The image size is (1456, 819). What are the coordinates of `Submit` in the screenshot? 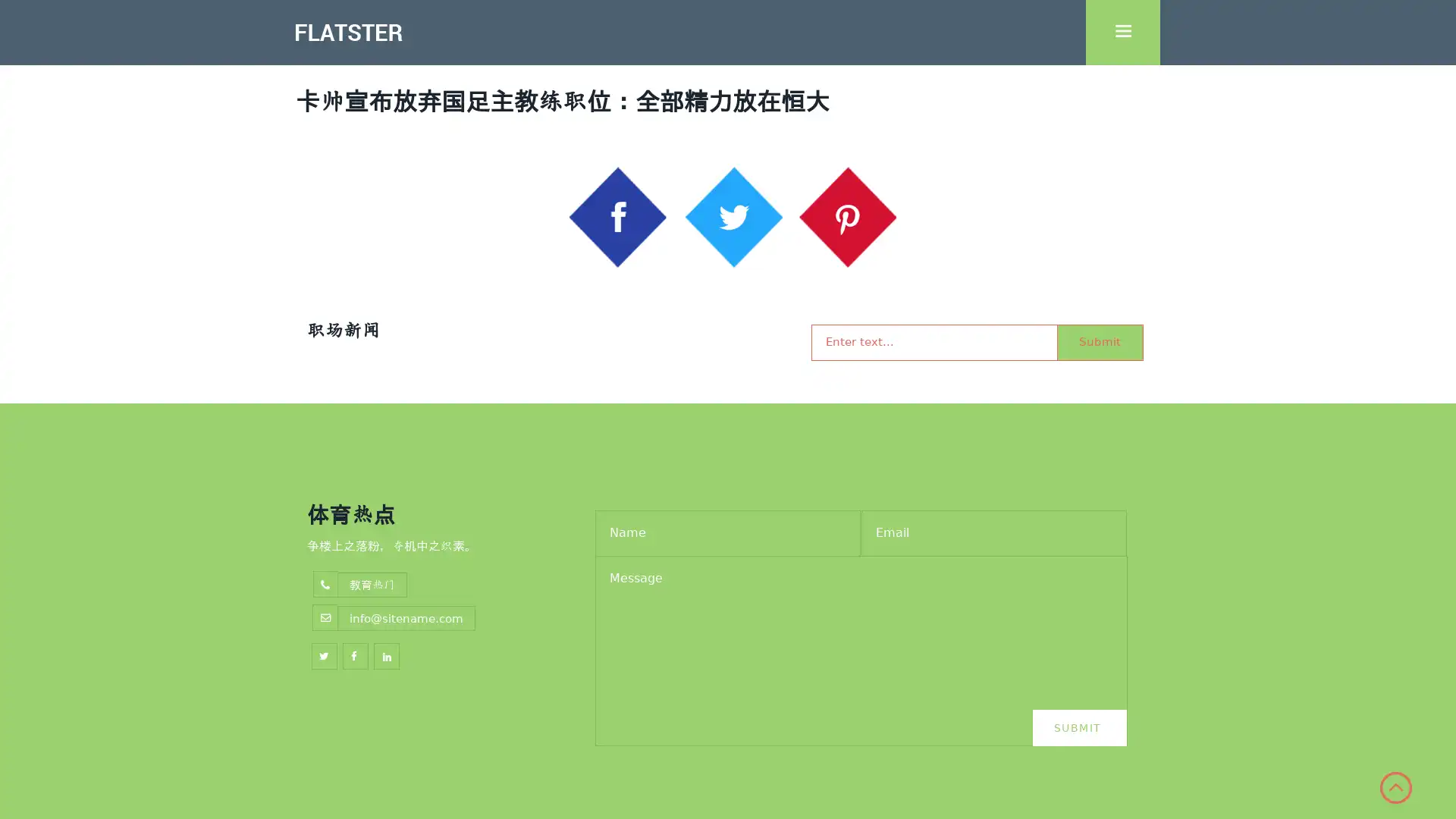 It's located at (1093, 342).